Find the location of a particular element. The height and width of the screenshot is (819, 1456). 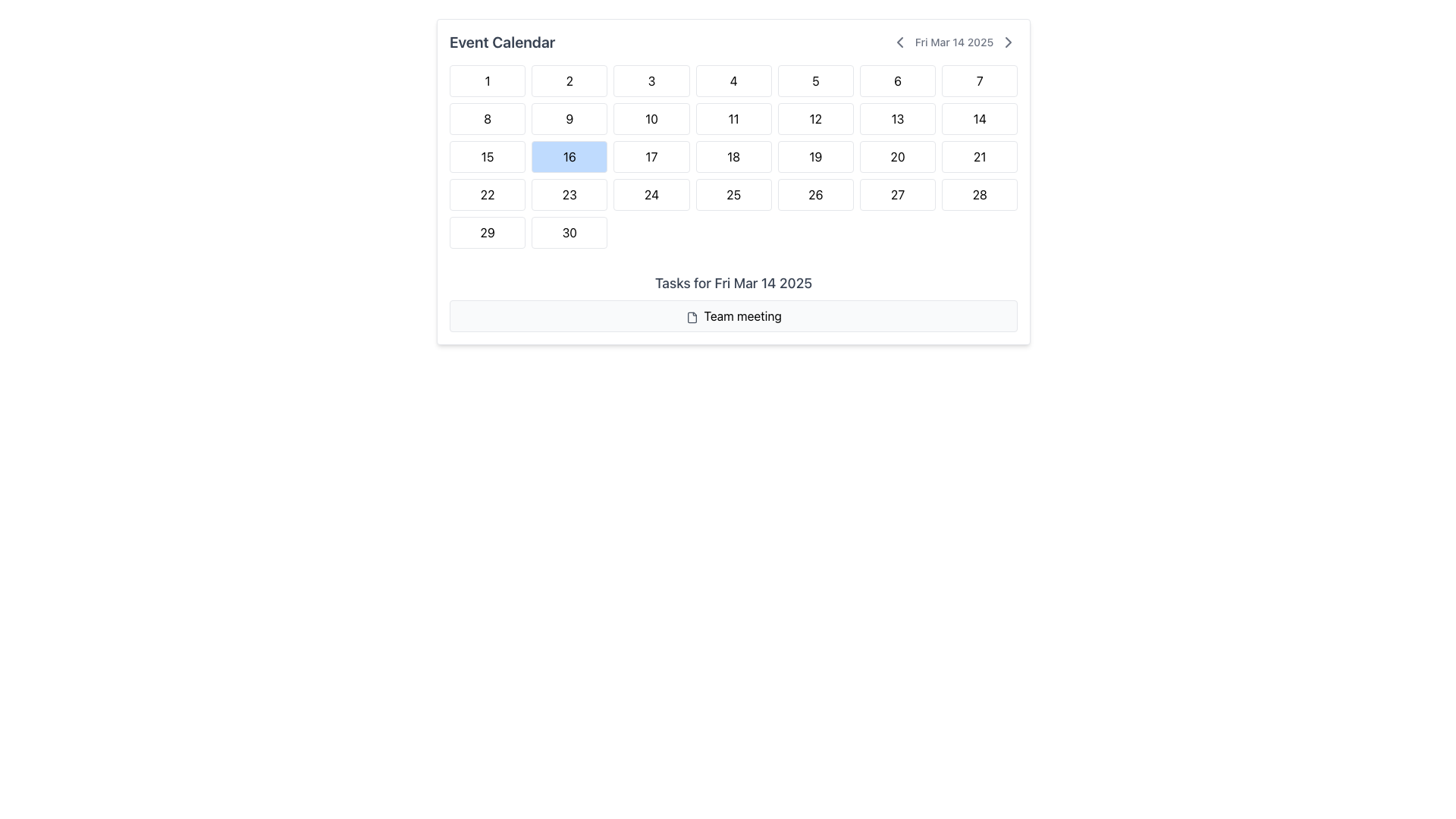

the button displaying the number '14' in a calendar interface, which is the seventh item in the second row of a 7-column grid layout is located at coordinates (980, 118).